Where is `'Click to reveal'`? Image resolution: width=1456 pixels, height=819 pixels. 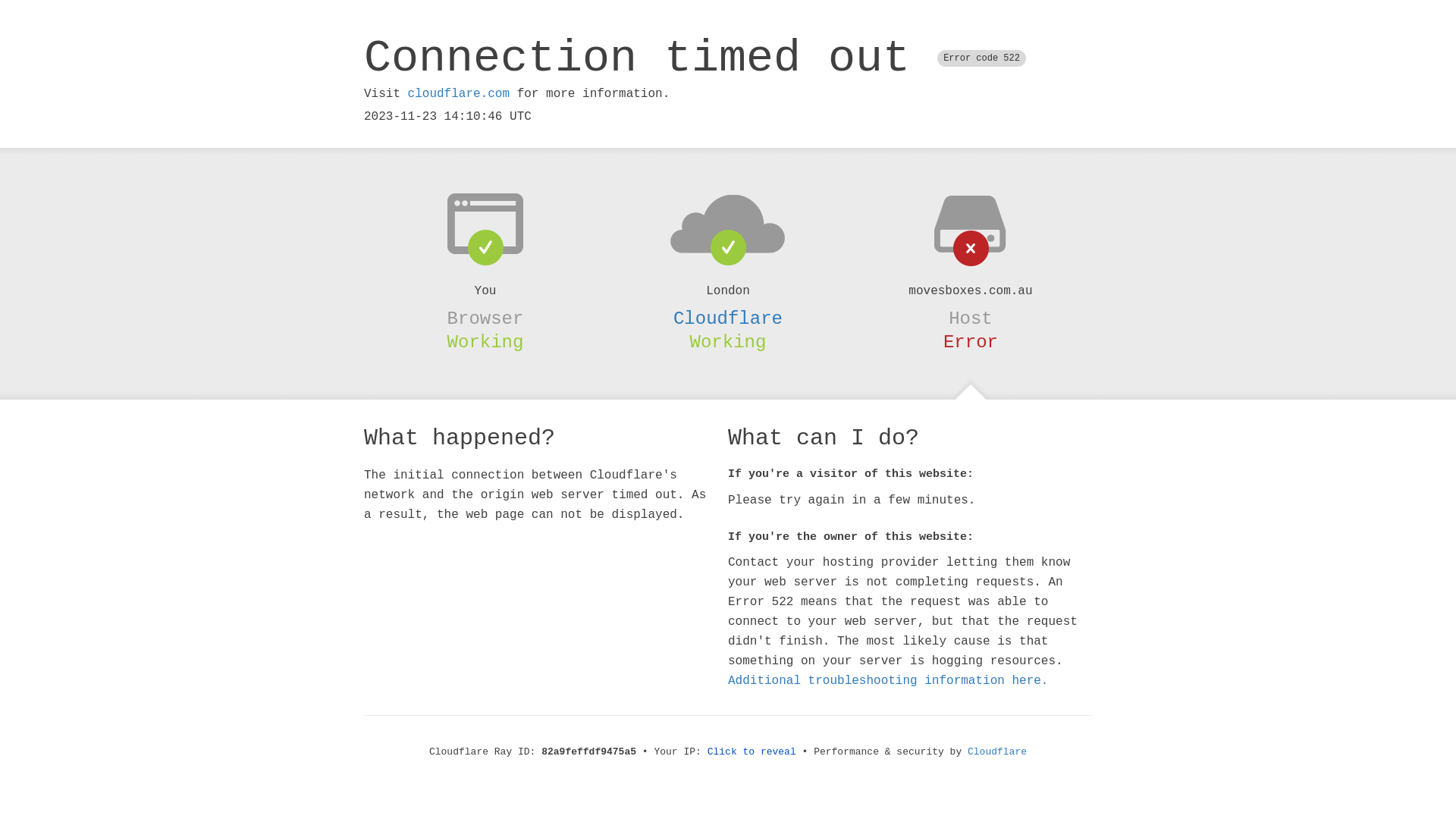
'Click to reveal' is located at coordinates (752, 752).